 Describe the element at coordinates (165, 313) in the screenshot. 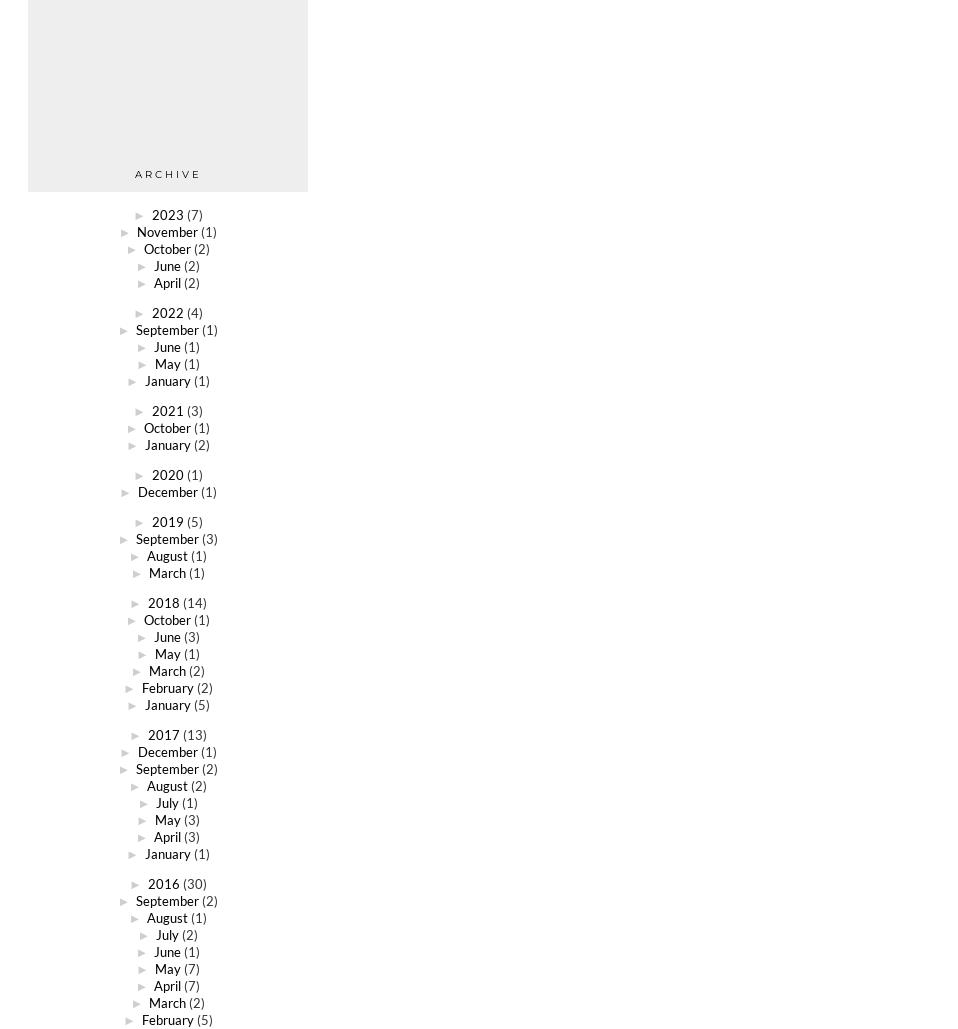

I see `'2022'` at that location.